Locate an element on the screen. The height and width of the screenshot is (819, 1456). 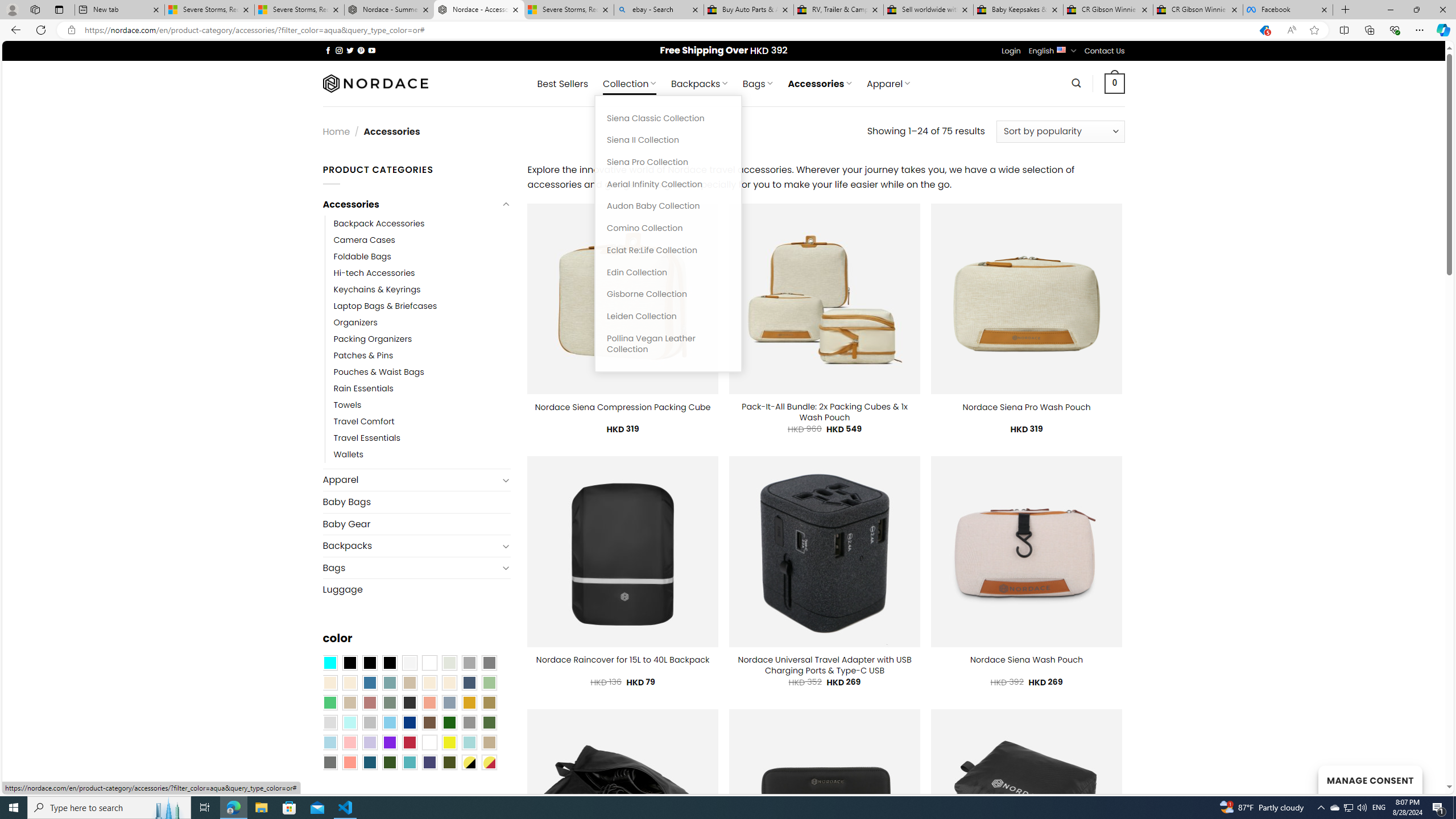
'Purple Navy' is located at coordinates (429, 762).